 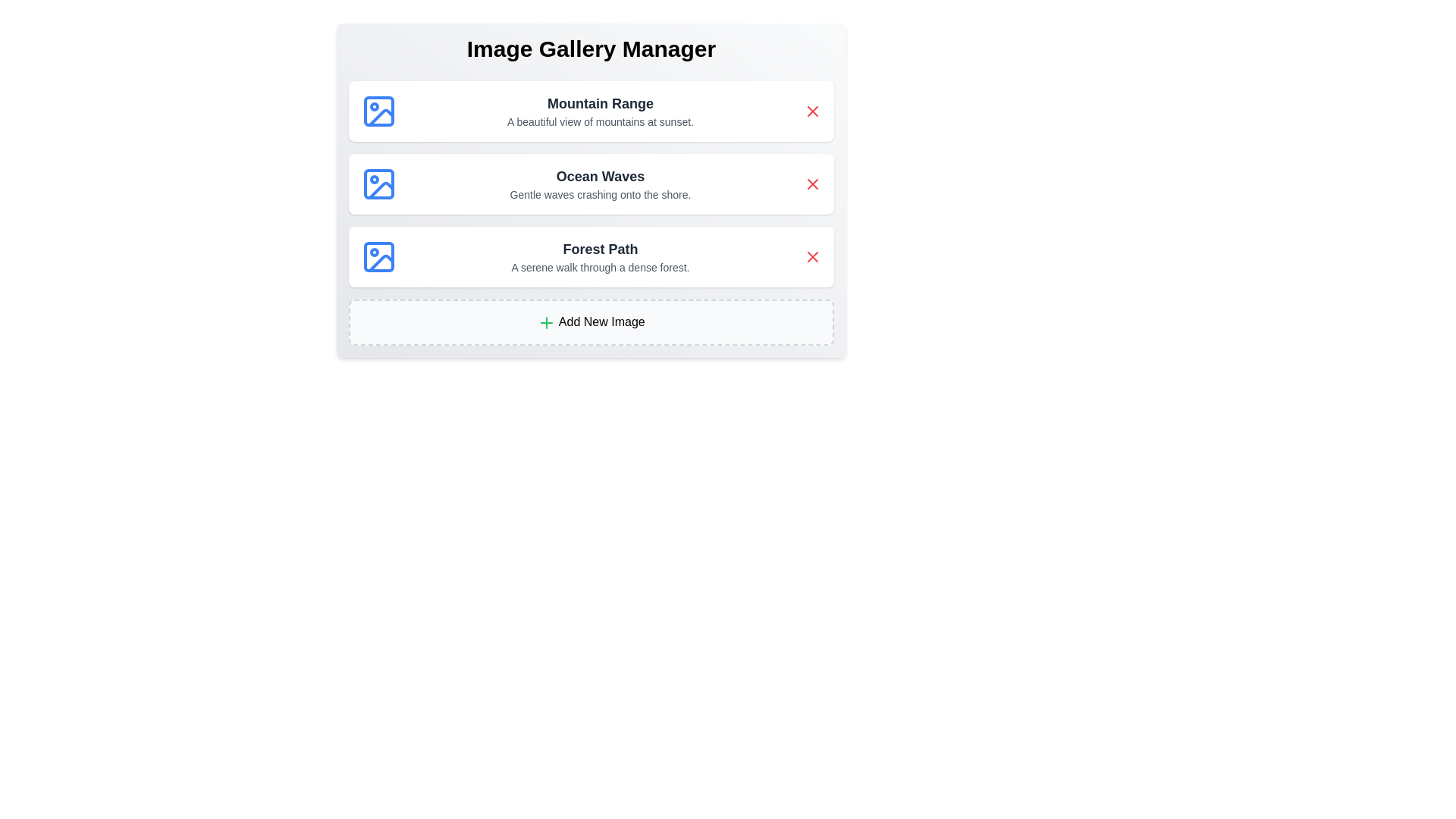 What do you see at coordinates (811, 184) in the screenshot?
I see `the delete button for the image titled Ocean Waves` at bounding box center [811, 184].